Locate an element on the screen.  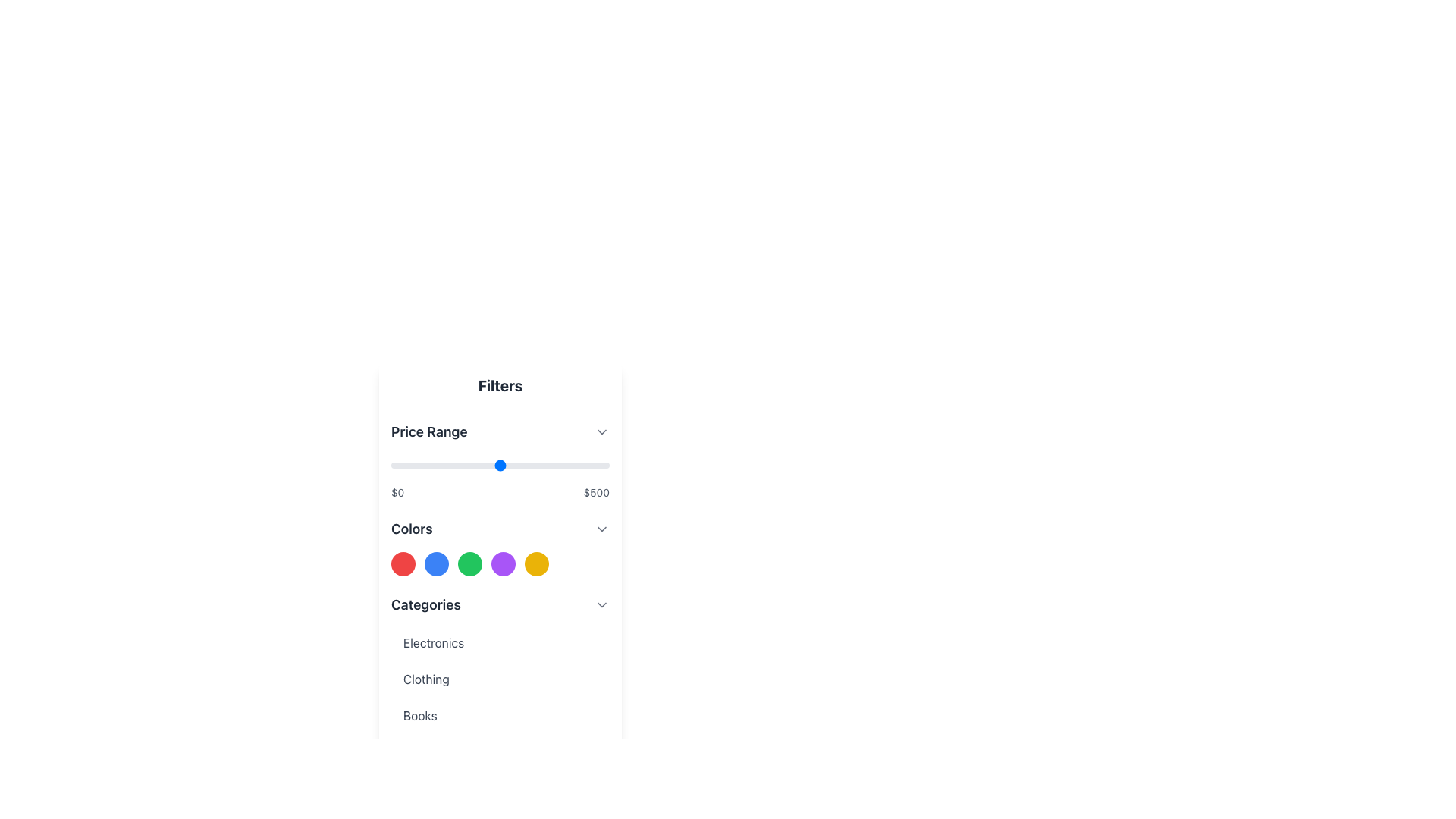
the slider is located at coordinates (522, 464).